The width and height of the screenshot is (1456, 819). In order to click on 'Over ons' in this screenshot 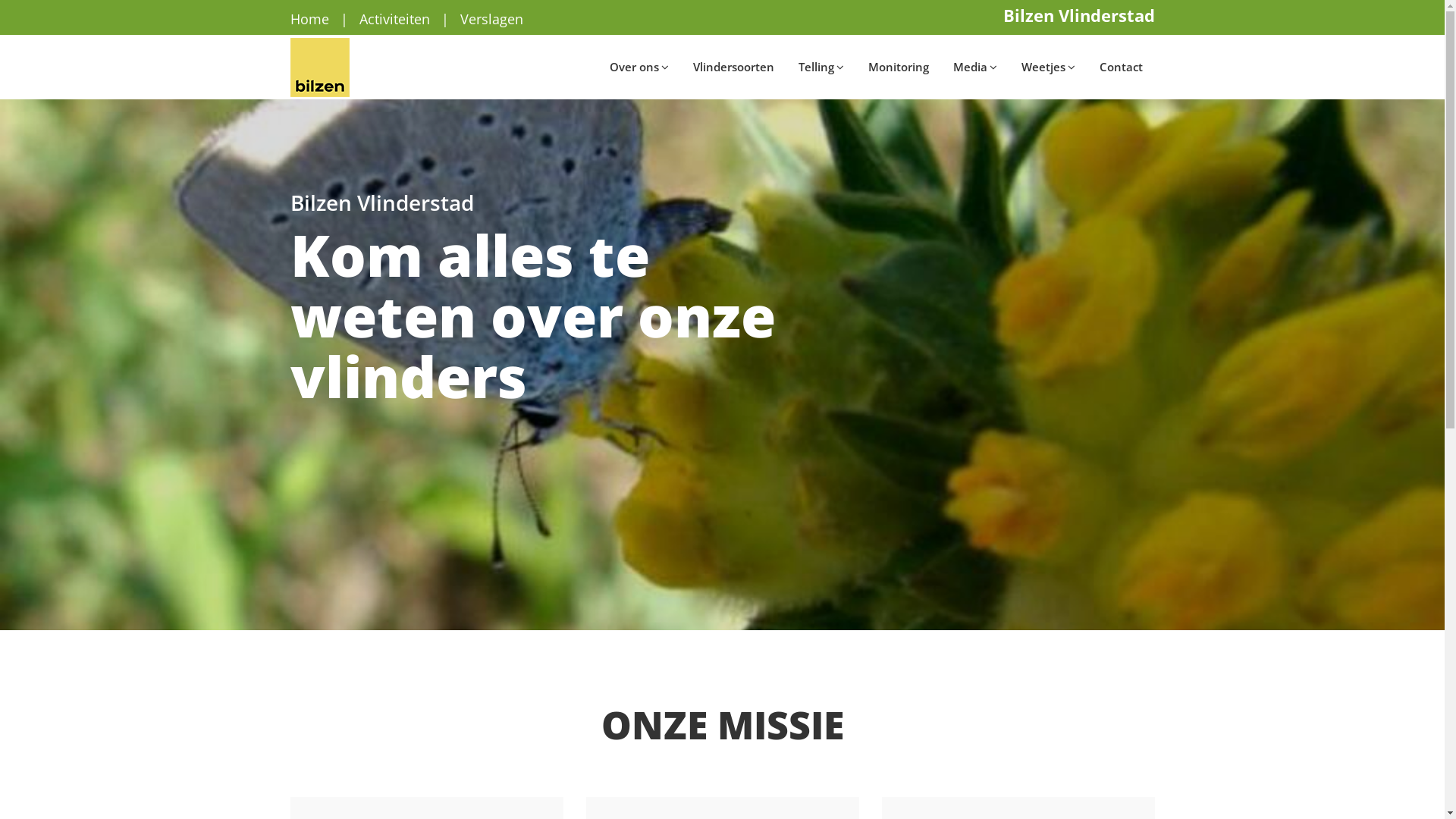, I will do `click(639, 66)`.